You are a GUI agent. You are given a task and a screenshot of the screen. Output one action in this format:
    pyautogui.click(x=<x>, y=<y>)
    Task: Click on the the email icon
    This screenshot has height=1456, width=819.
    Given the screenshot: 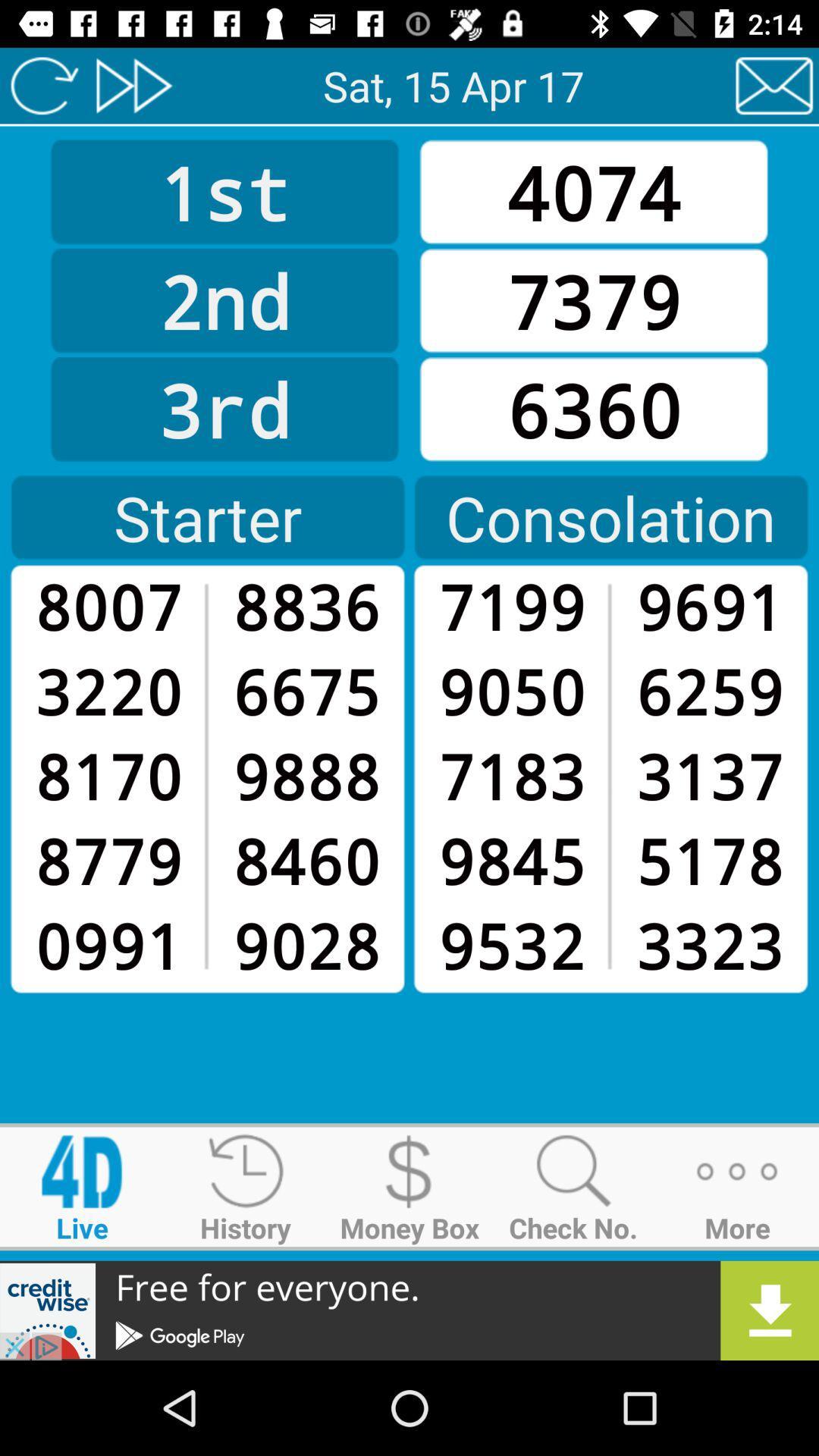 What is the action you would take?
    pyautogui.click(x=774, y=85)
    